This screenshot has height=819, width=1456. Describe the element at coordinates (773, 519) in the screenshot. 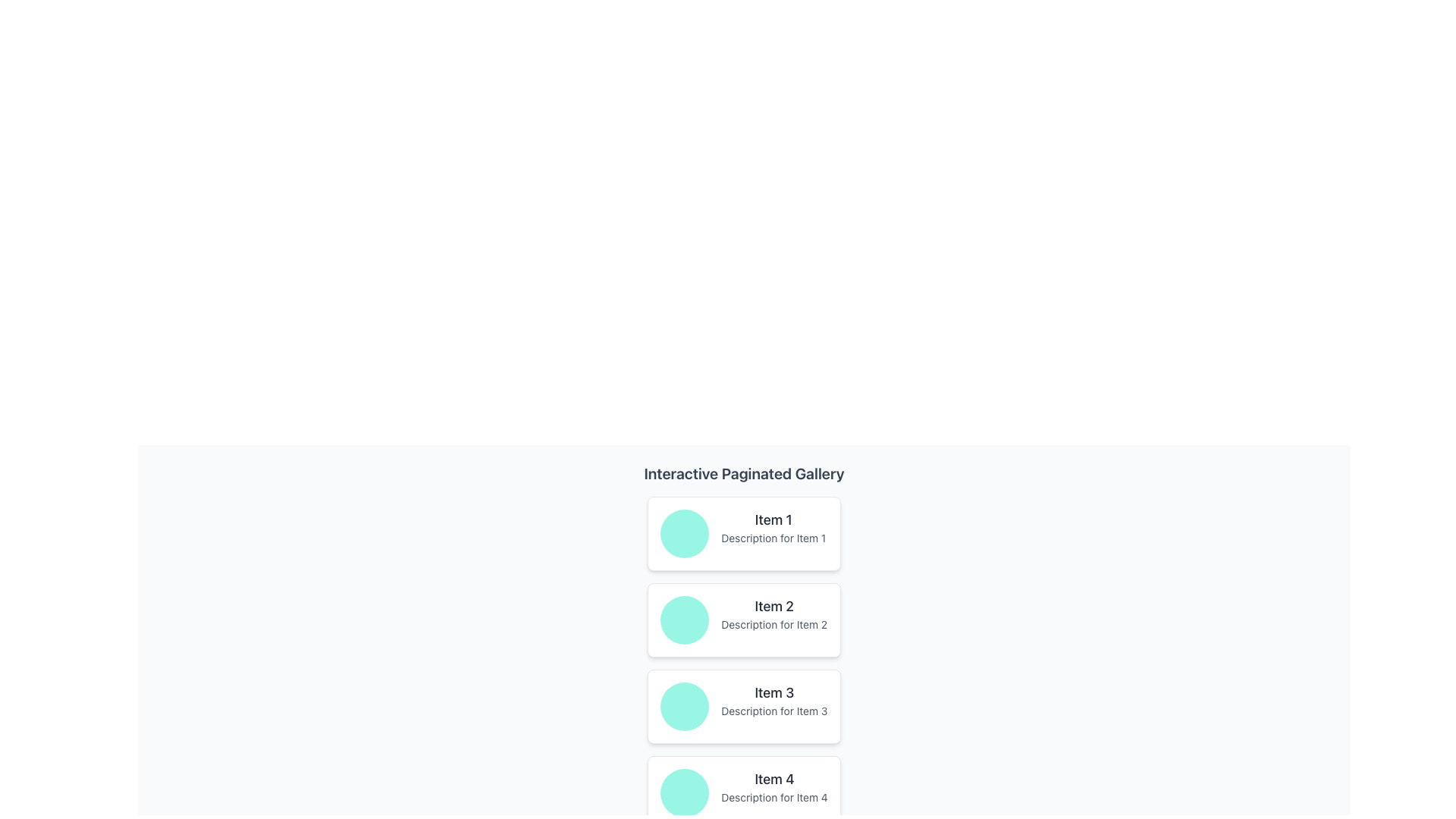

I see `the text label that serves as the title for the first item in the list, located in the top-left corner of its card, above the description text 'Description for Item 1'` at that location.